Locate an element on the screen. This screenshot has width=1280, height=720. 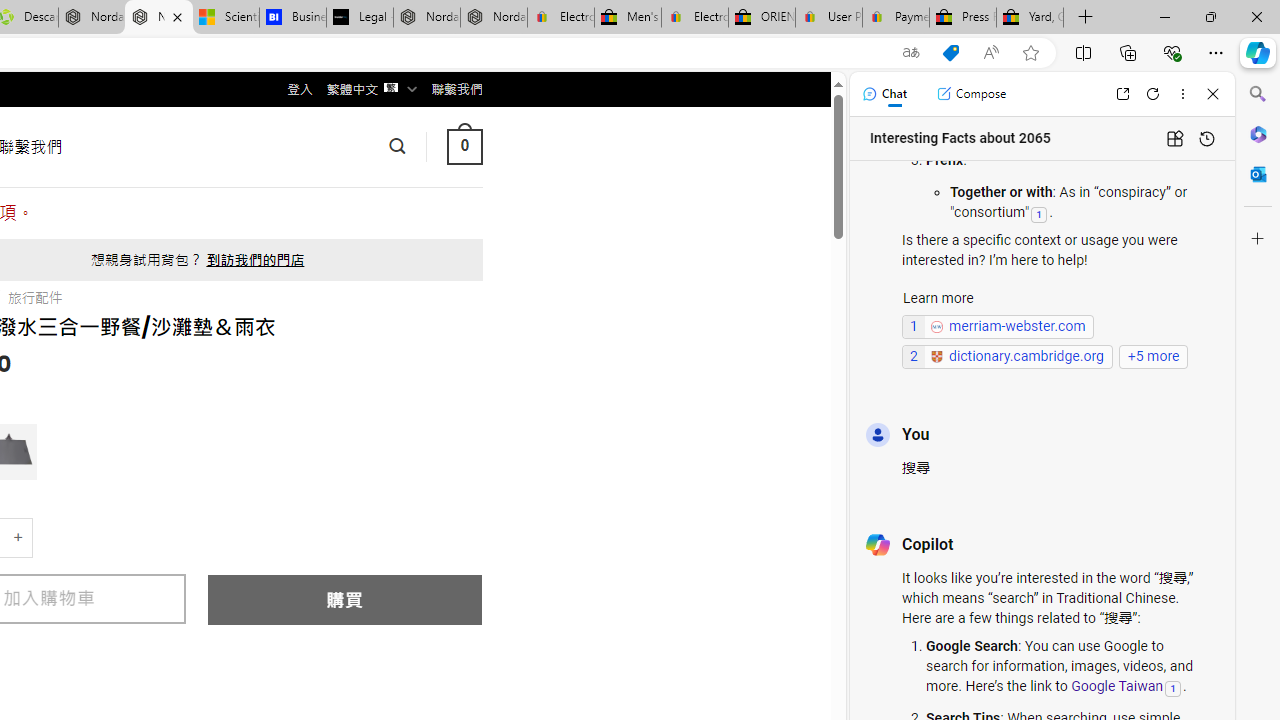
'Press Room - eBay Inc.' is located at coordinates (963, 17).